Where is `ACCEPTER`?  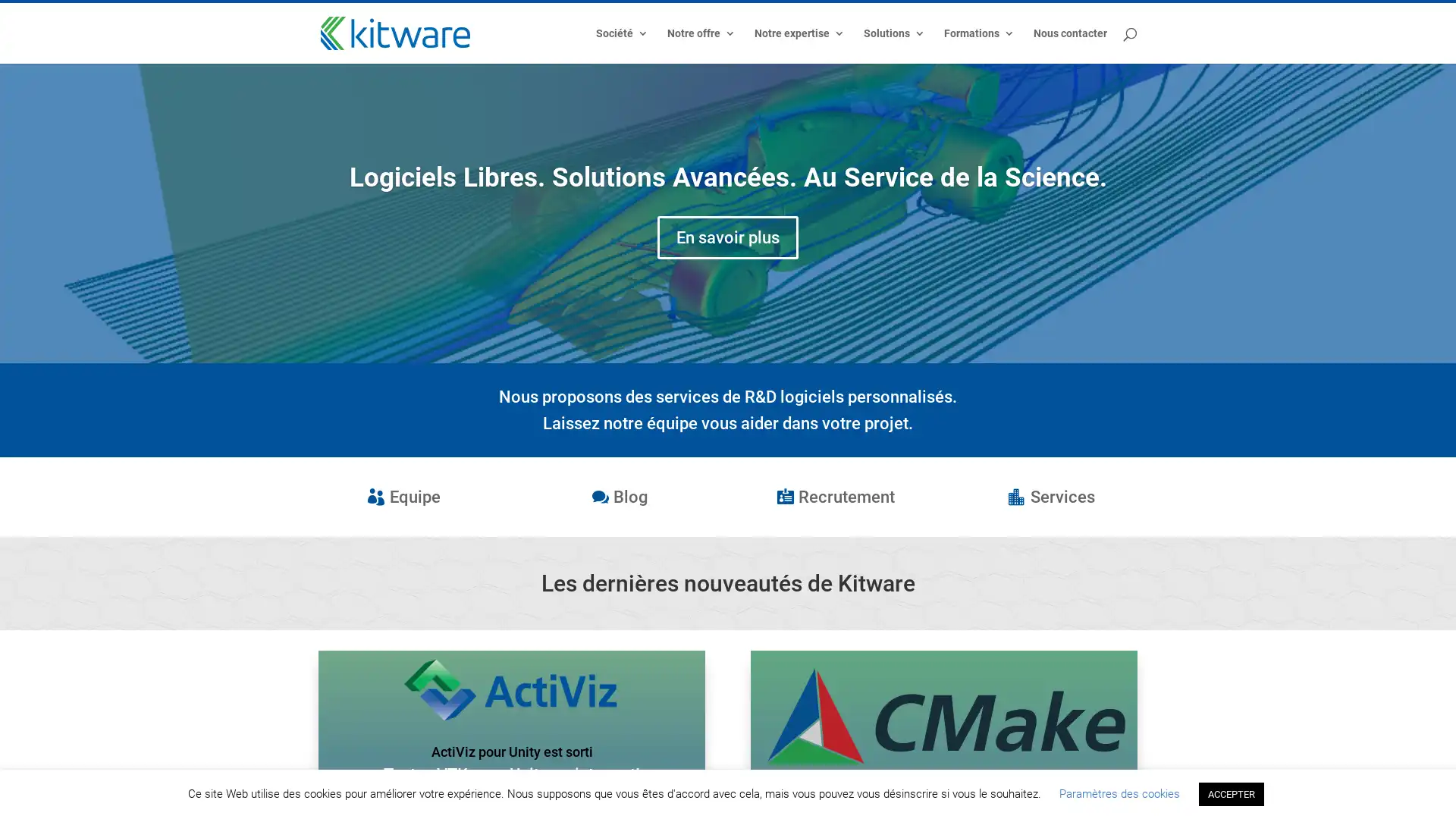
ACCEPTER is located at coordinates (1231, 793).